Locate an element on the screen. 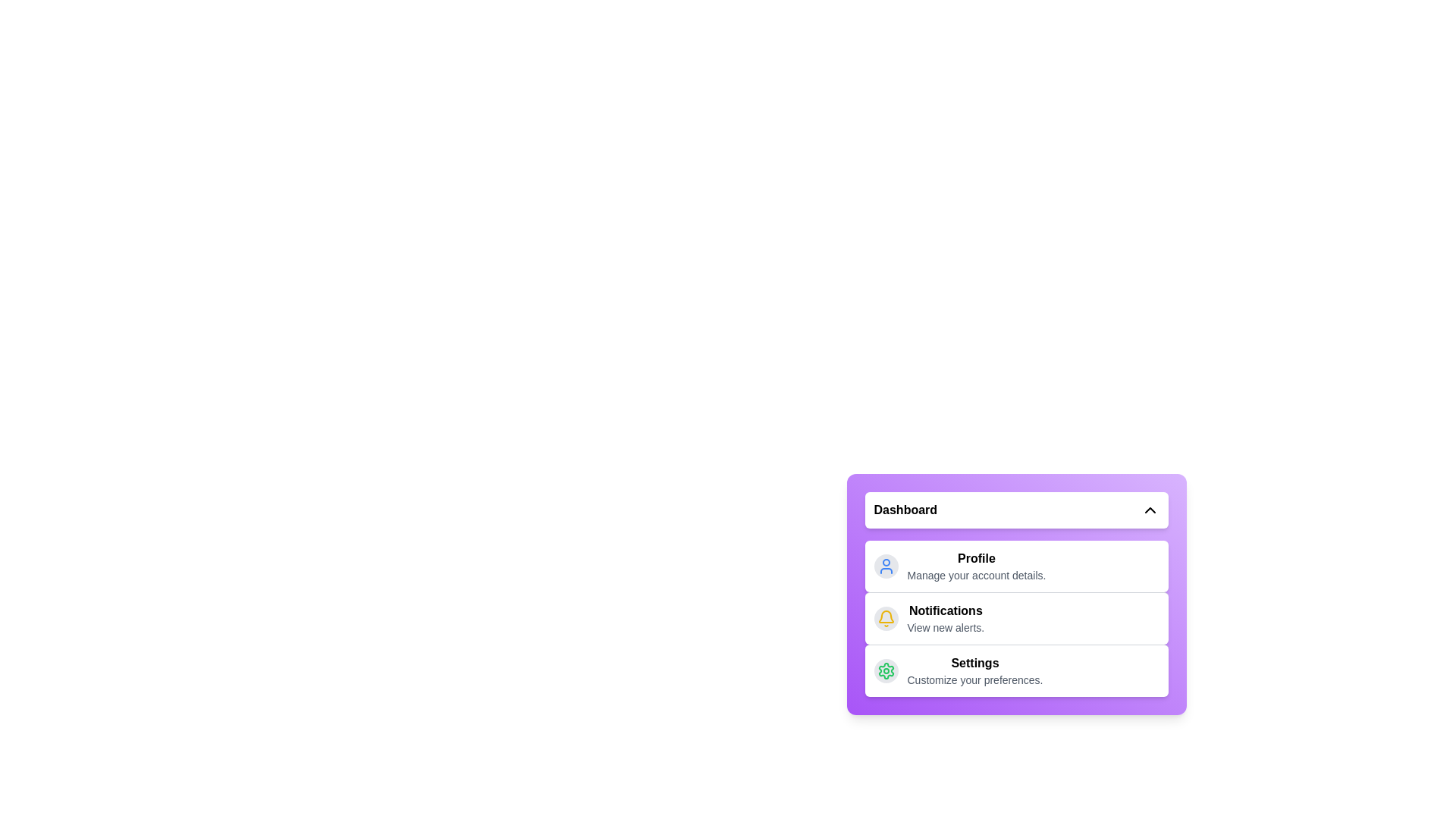 This screenshot has width=1456, height=819. the menu item Notifications to view its hover effect is located at coordinates (1016, 618).